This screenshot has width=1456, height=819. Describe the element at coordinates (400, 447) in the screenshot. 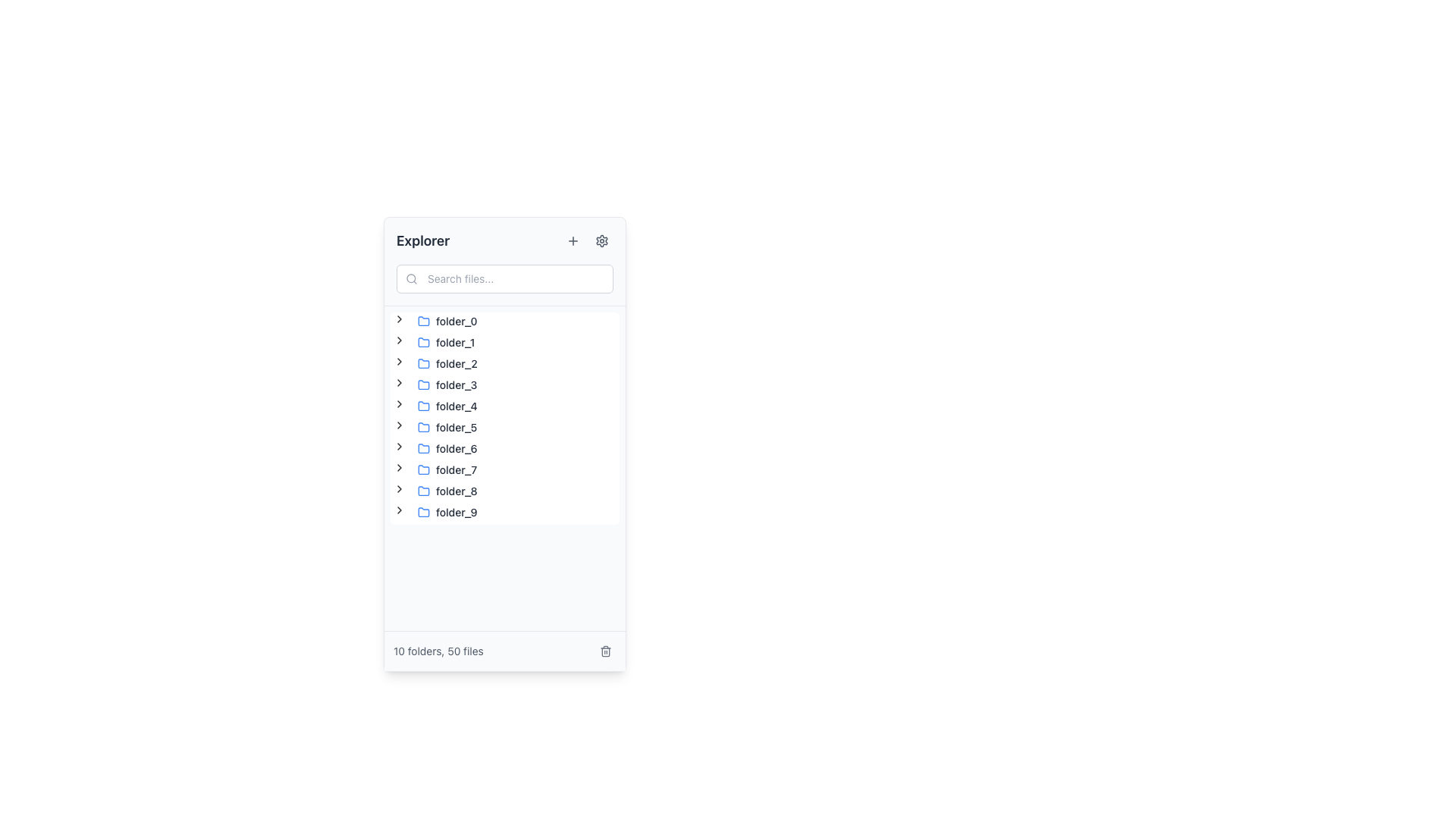

I see `the toggle button styled as a triangular arrow icon` at that location.